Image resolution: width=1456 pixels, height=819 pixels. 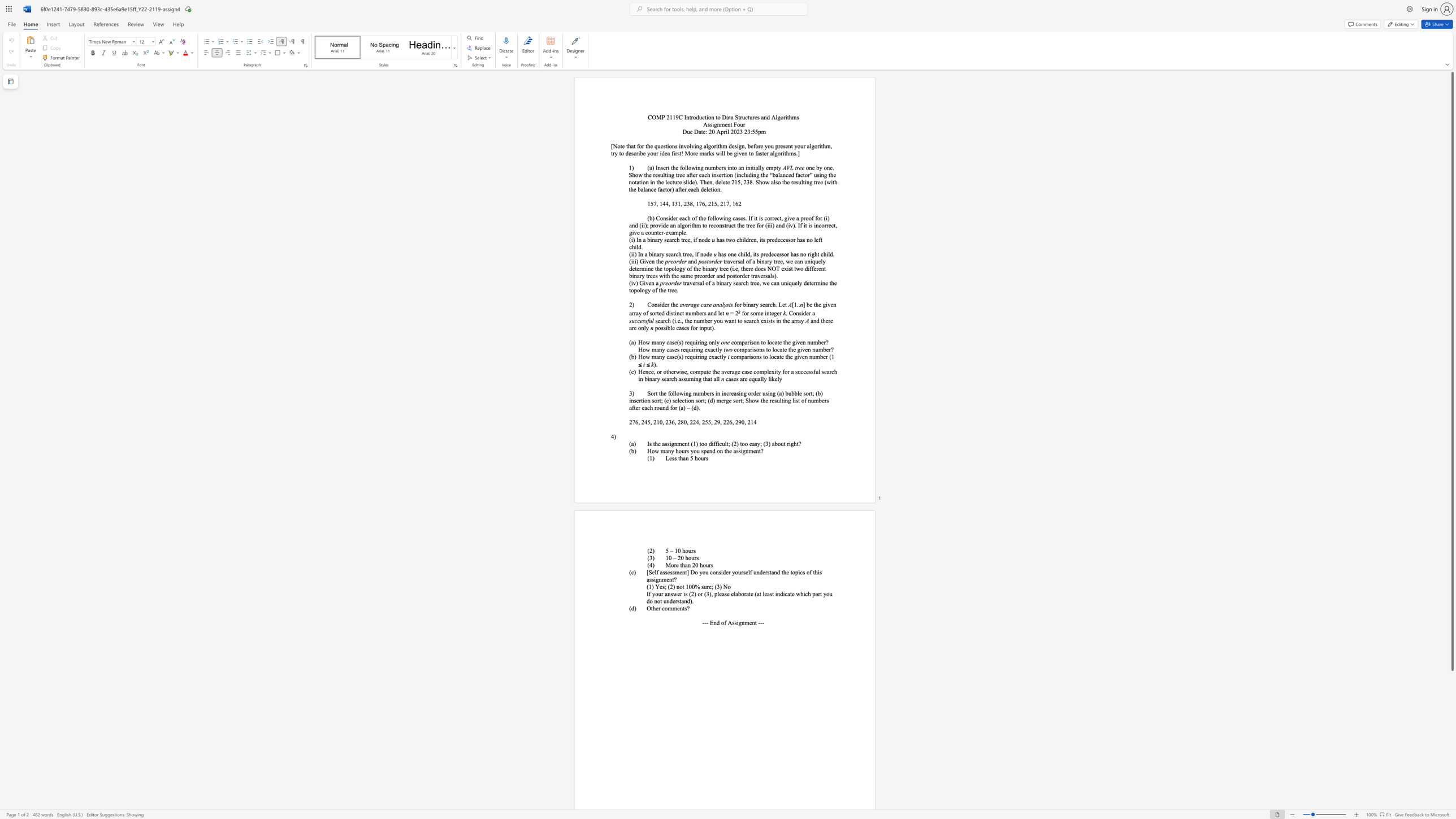 I want to click on the subset text "t; (2) too" within the text "Is the assignment (1) too difficult; (2) too easy; (3) about right?", so click(x=726, y=443).